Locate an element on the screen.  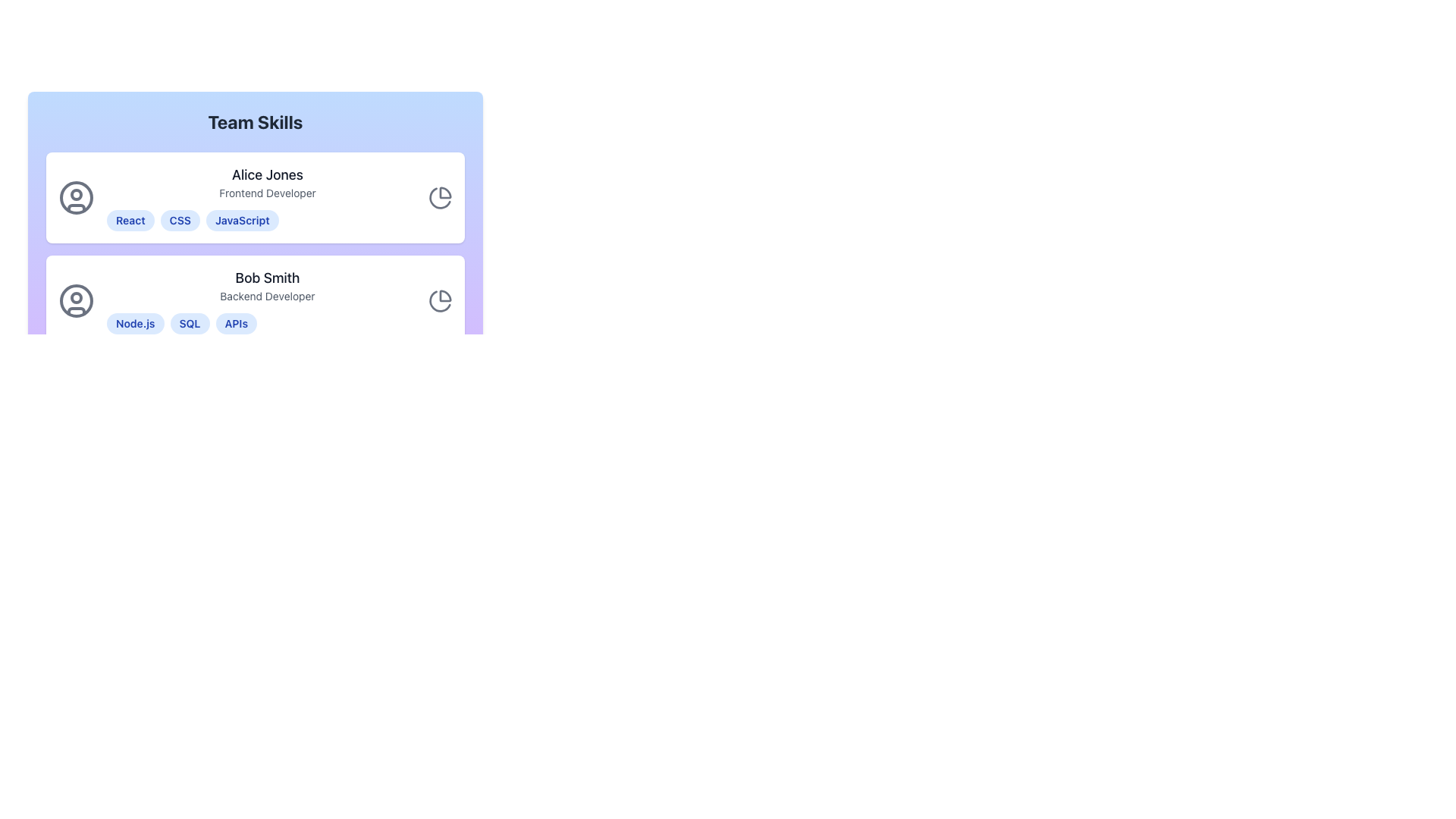
the Avatar Icon representing the user, which is positioned to the left of the name and role description for 'Alice Jones' in the team member's details panel under 'Team Skills' is located at coordinates (75, 197).